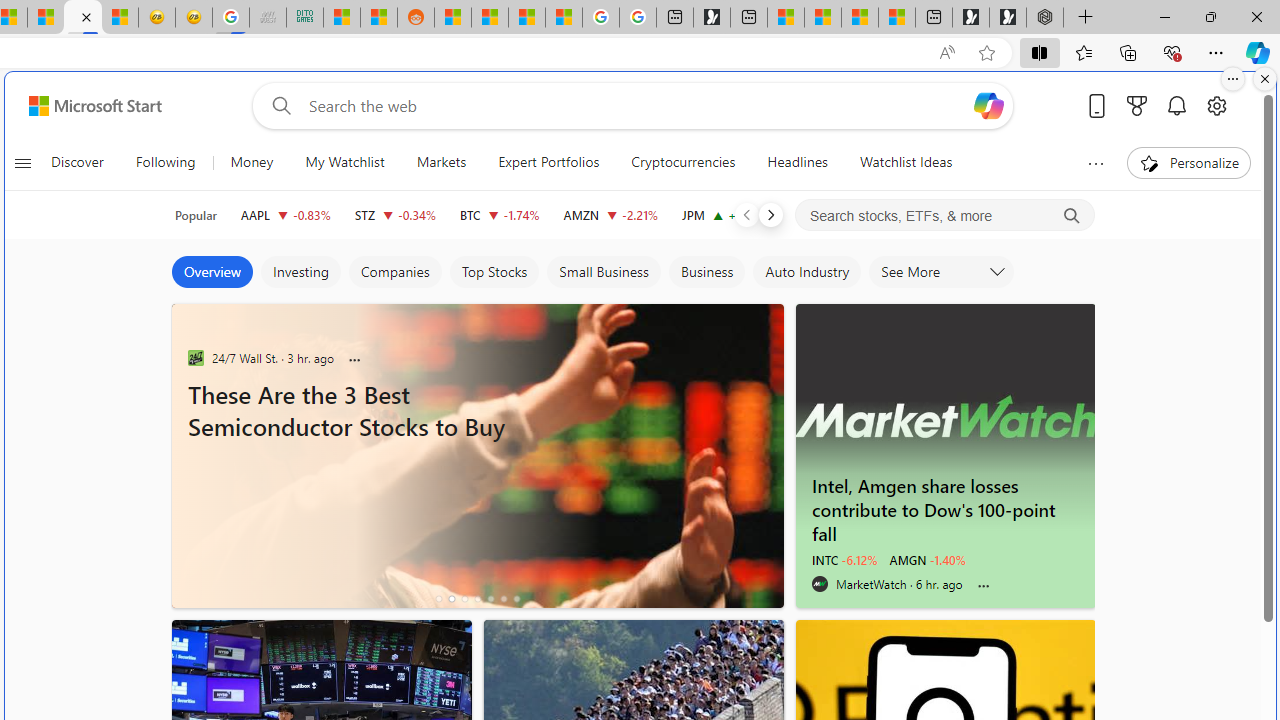 Image resolution: width=1280 pixels, height=720 pixels. I want to click on 'Business', so click(707, 272).